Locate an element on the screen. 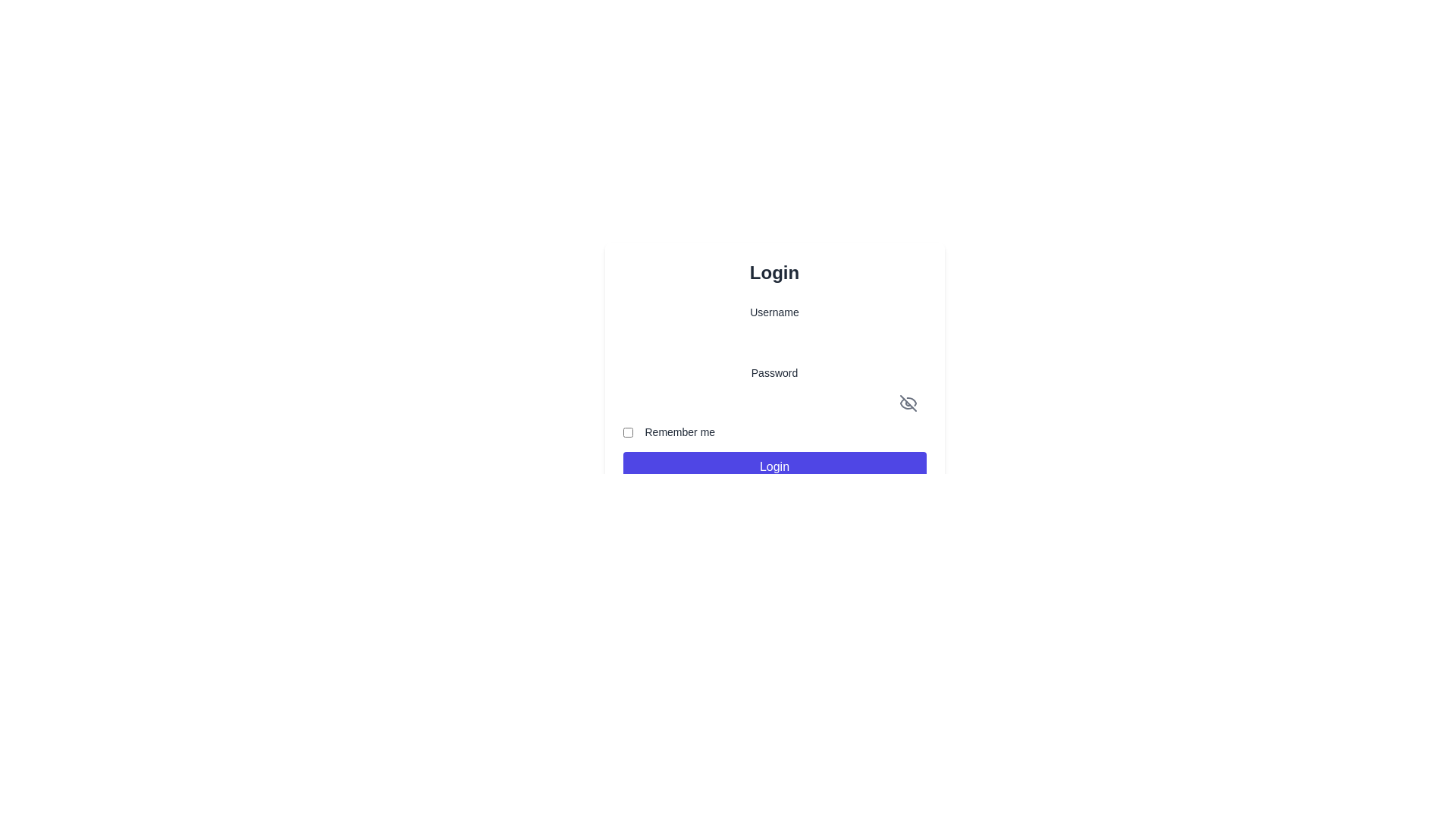 The image size is (1456, 819). the small, light gray checkbox with a rounded border located to the left of the 'Remember me' text is located at coordinates (628, 432).